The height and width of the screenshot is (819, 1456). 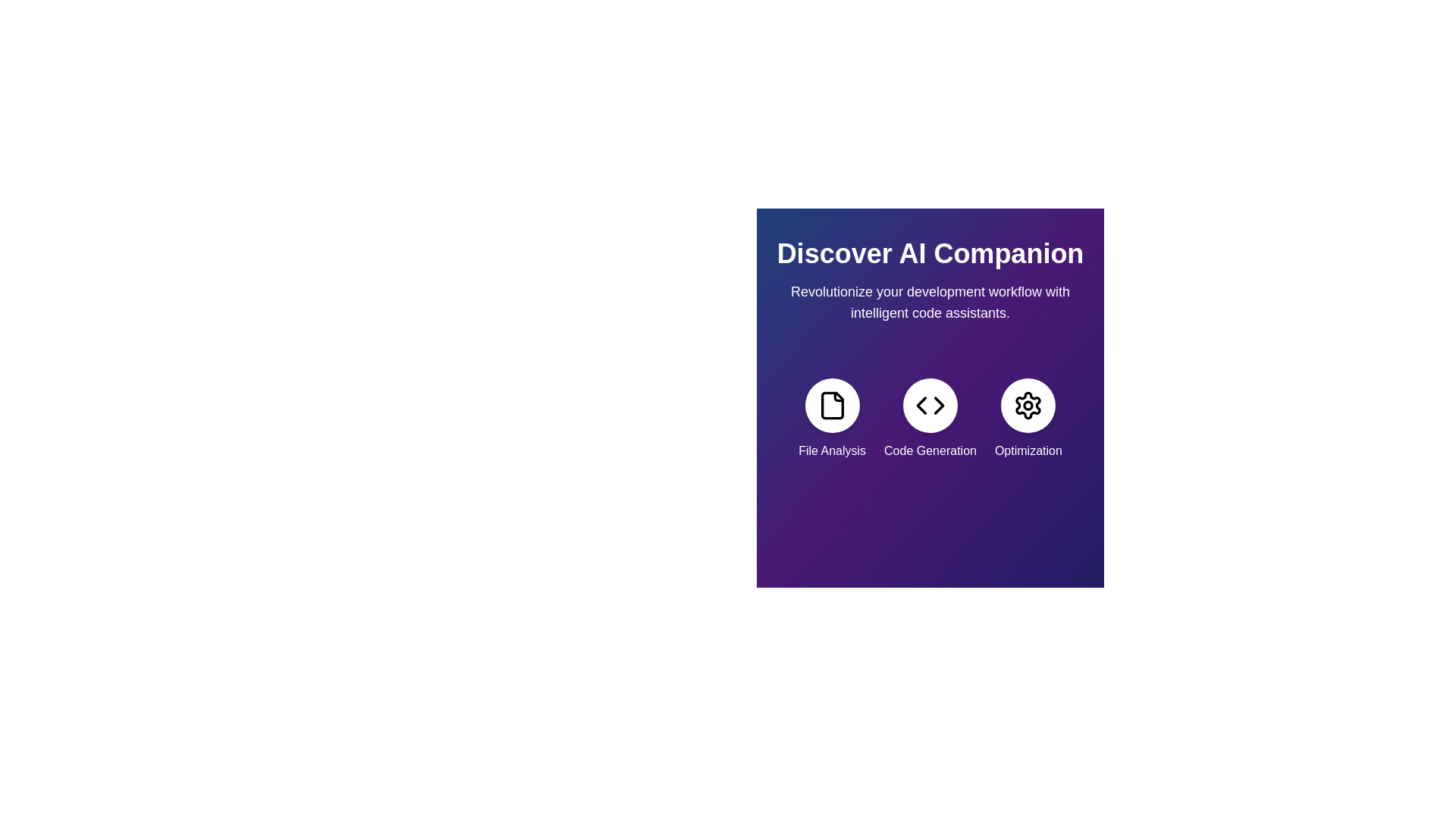 What do you see at coordinates (1028, 450) in the screenshot?
I see `the text label displaying 'Optimization' in white font, located at the bottom of a vertical stack, below a gear-shaped icon, and adjacent to similar text-label pairs` at bounding box center [1028, 450].